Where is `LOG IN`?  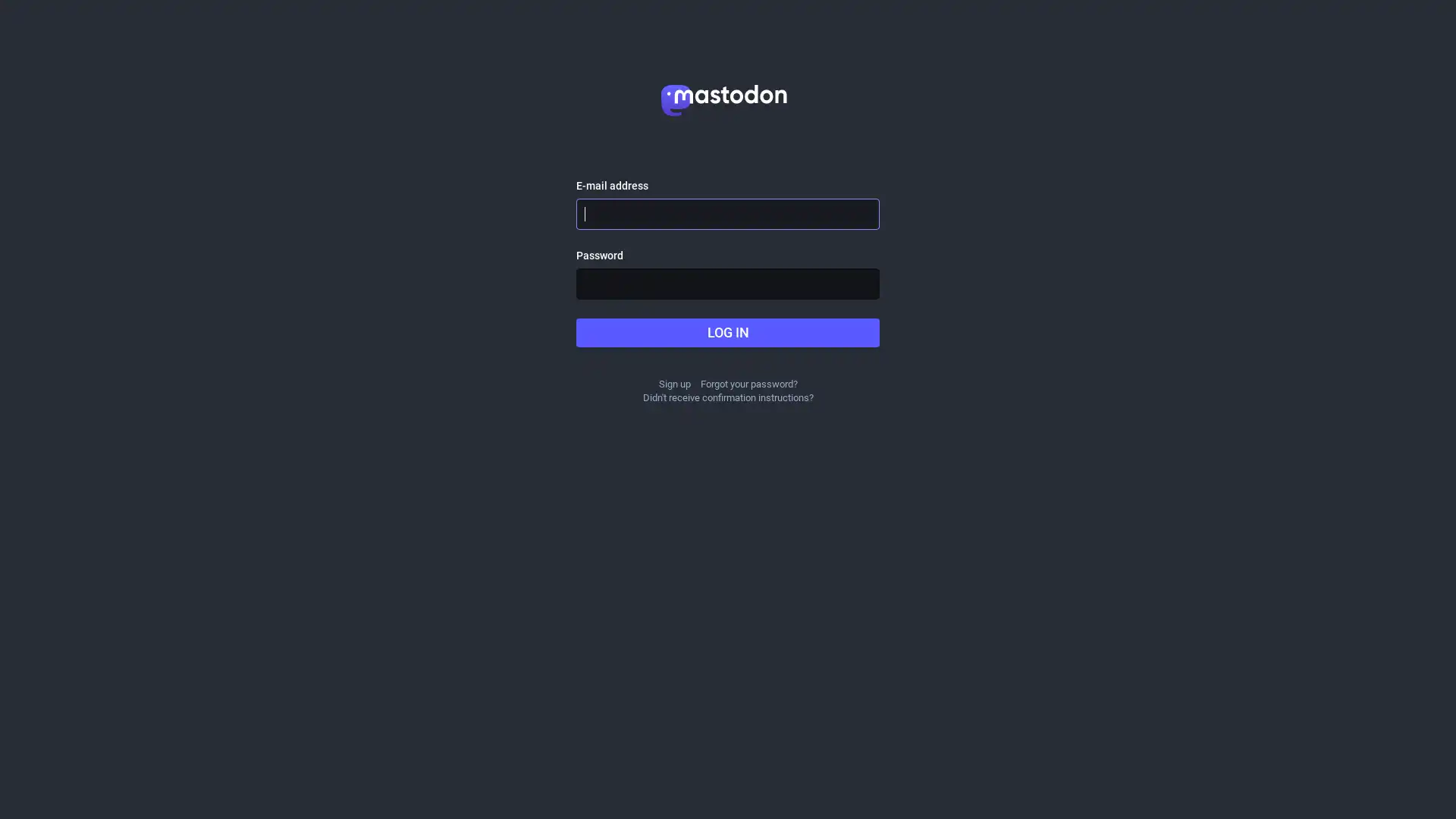 LOG IN is located at coordinates (728, 332).